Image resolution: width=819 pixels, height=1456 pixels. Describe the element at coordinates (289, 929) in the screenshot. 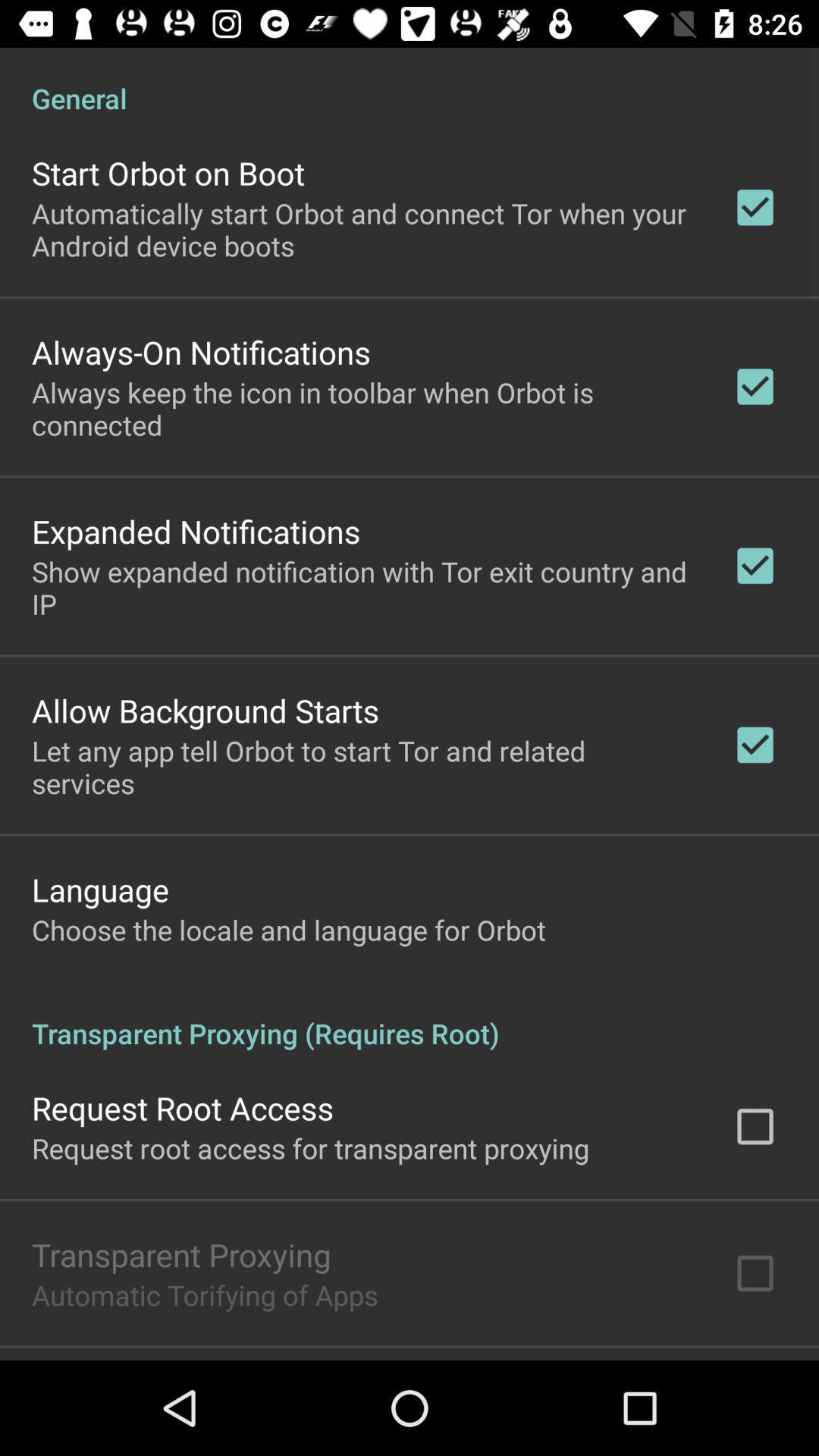

I see `the item above the transparent proxying requires icon` at that location.